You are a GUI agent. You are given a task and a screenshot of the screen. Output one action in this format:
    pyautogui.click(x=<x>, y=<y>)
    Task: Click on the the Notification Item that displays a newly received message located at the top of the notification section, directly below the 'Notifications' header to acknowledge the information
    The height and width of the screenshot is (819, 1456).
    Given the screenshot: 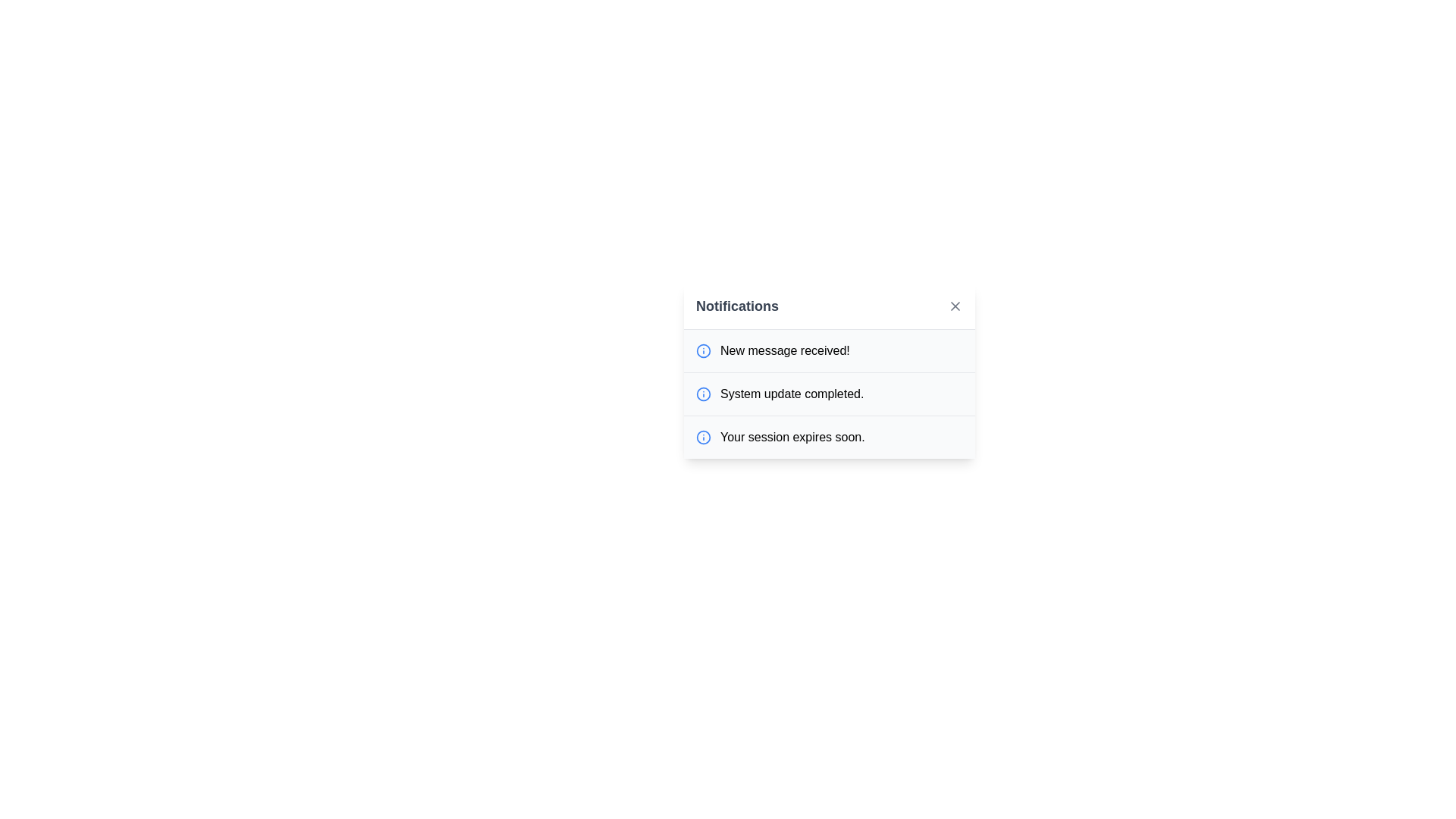 What is the action you would take?
    pyautogui.click(x=773, y=350)
    